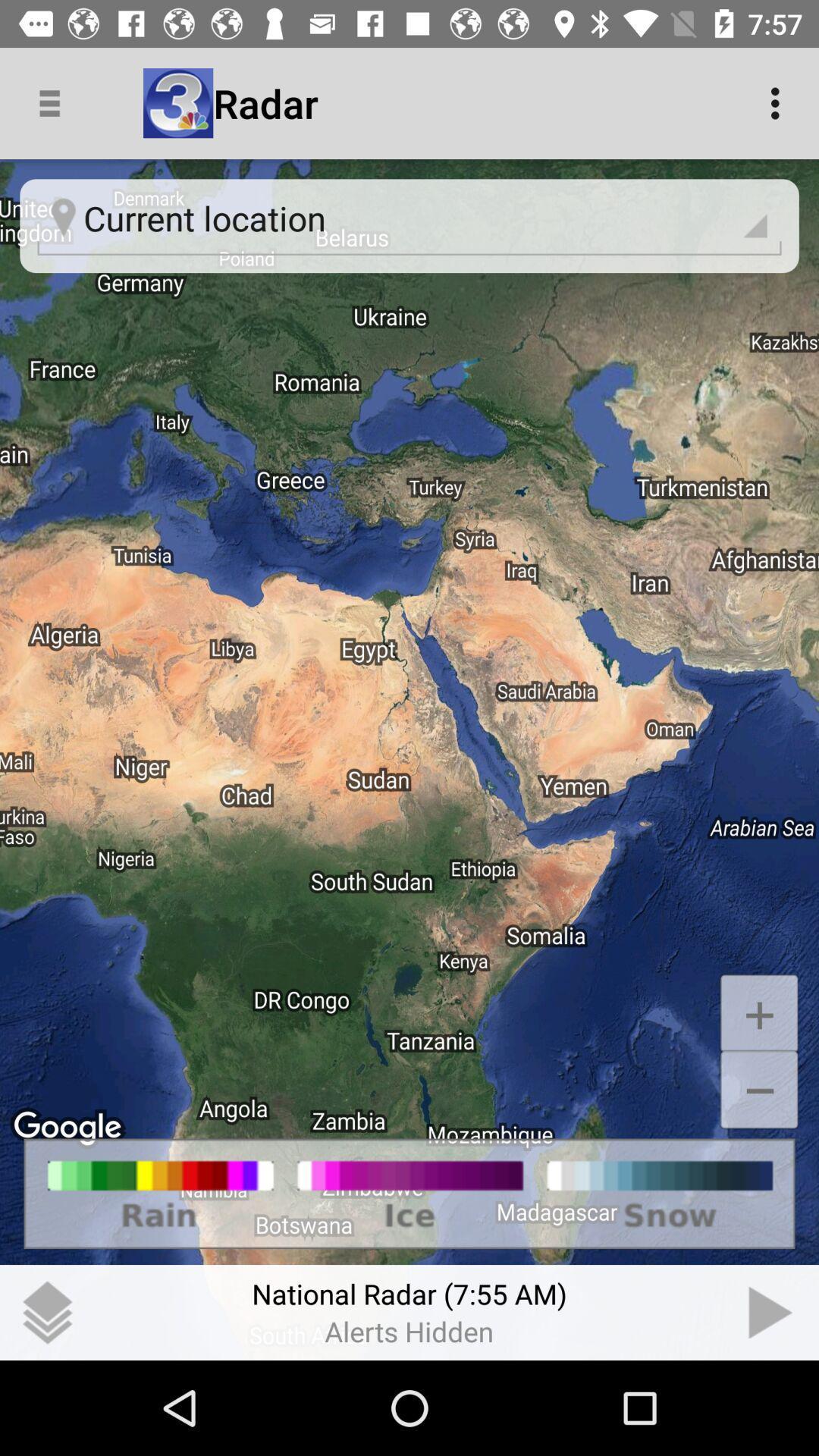 The image size is (819, 1456). Describe the element at coordinates (409, 760) in the screenshot. I see `icon at the center` at that location.